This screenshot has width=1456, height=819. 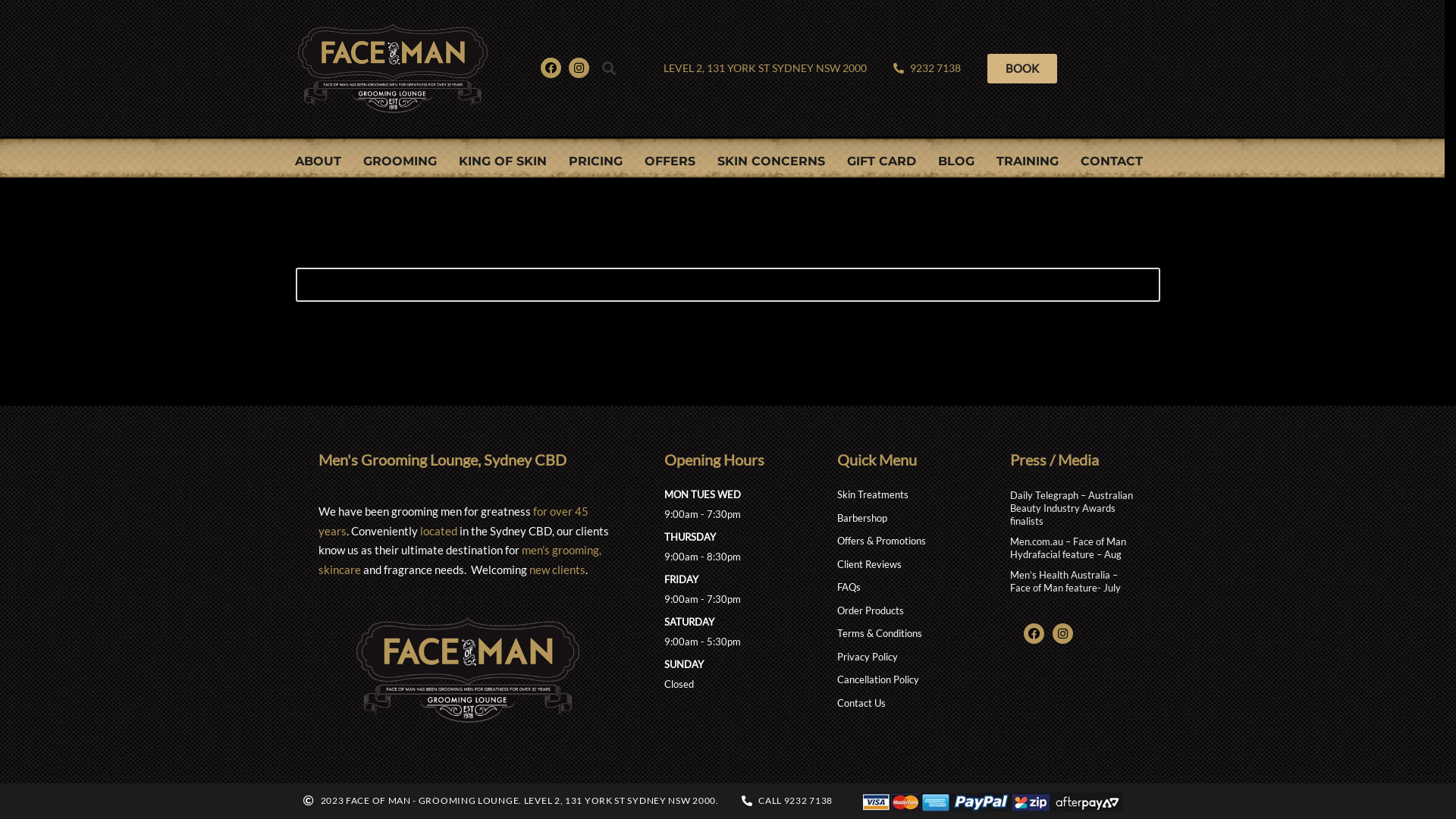 I want to click on 'TRAINING', so click(x=1027, y=161).